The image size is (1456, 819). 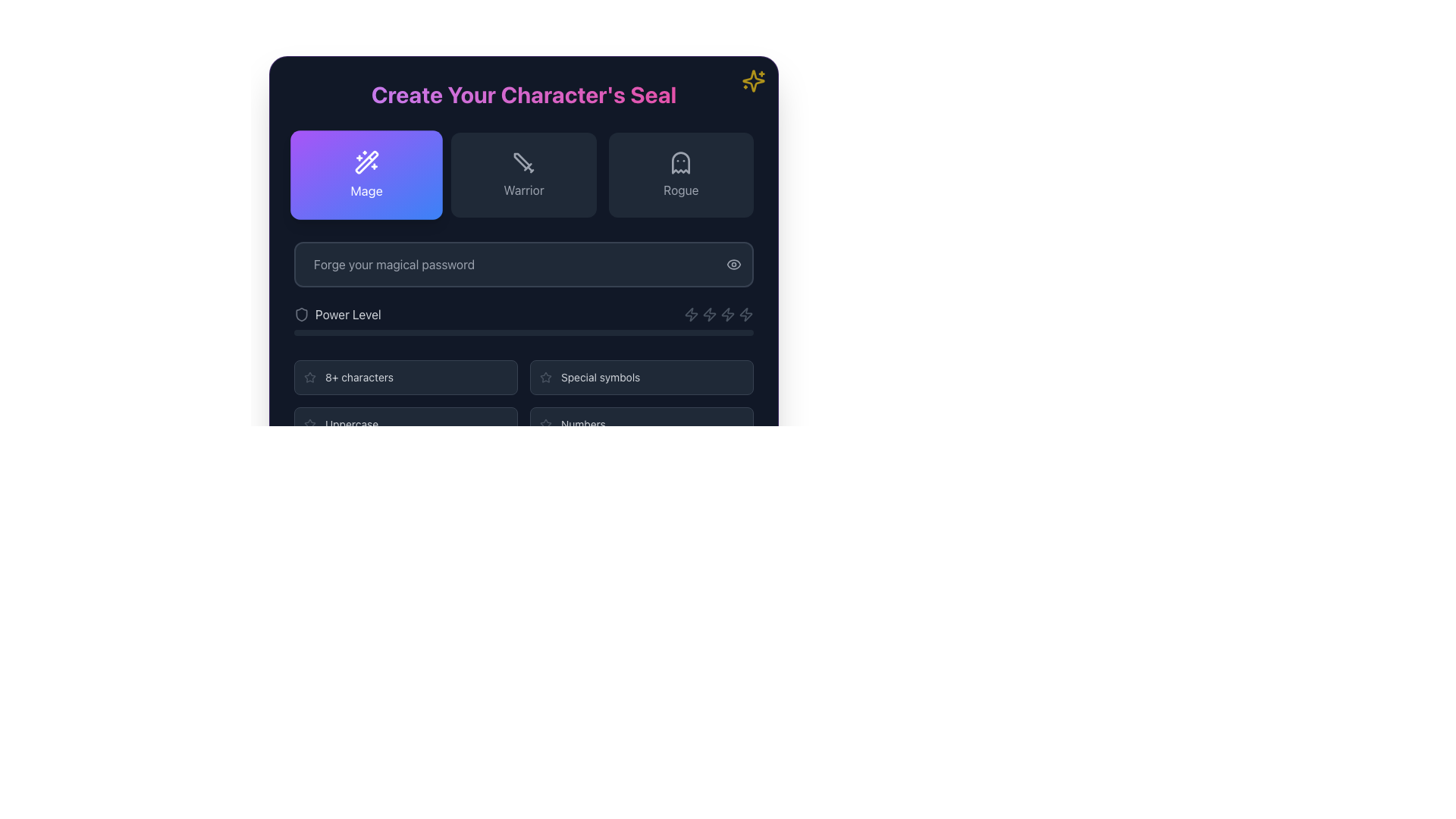 I want to click on the small star-shaped icon with a grayish stroke located in the upper-right corner of the interface, near the label 'Create Your Character's Seal', so click(x=546, y=376).